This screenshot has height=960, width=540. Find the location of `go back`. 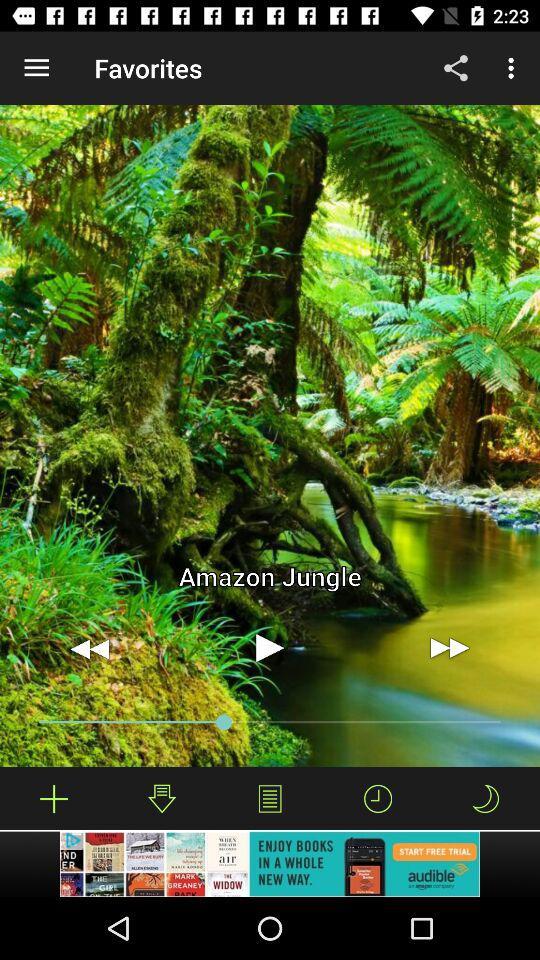

go back is located at coordinates (89, 647).